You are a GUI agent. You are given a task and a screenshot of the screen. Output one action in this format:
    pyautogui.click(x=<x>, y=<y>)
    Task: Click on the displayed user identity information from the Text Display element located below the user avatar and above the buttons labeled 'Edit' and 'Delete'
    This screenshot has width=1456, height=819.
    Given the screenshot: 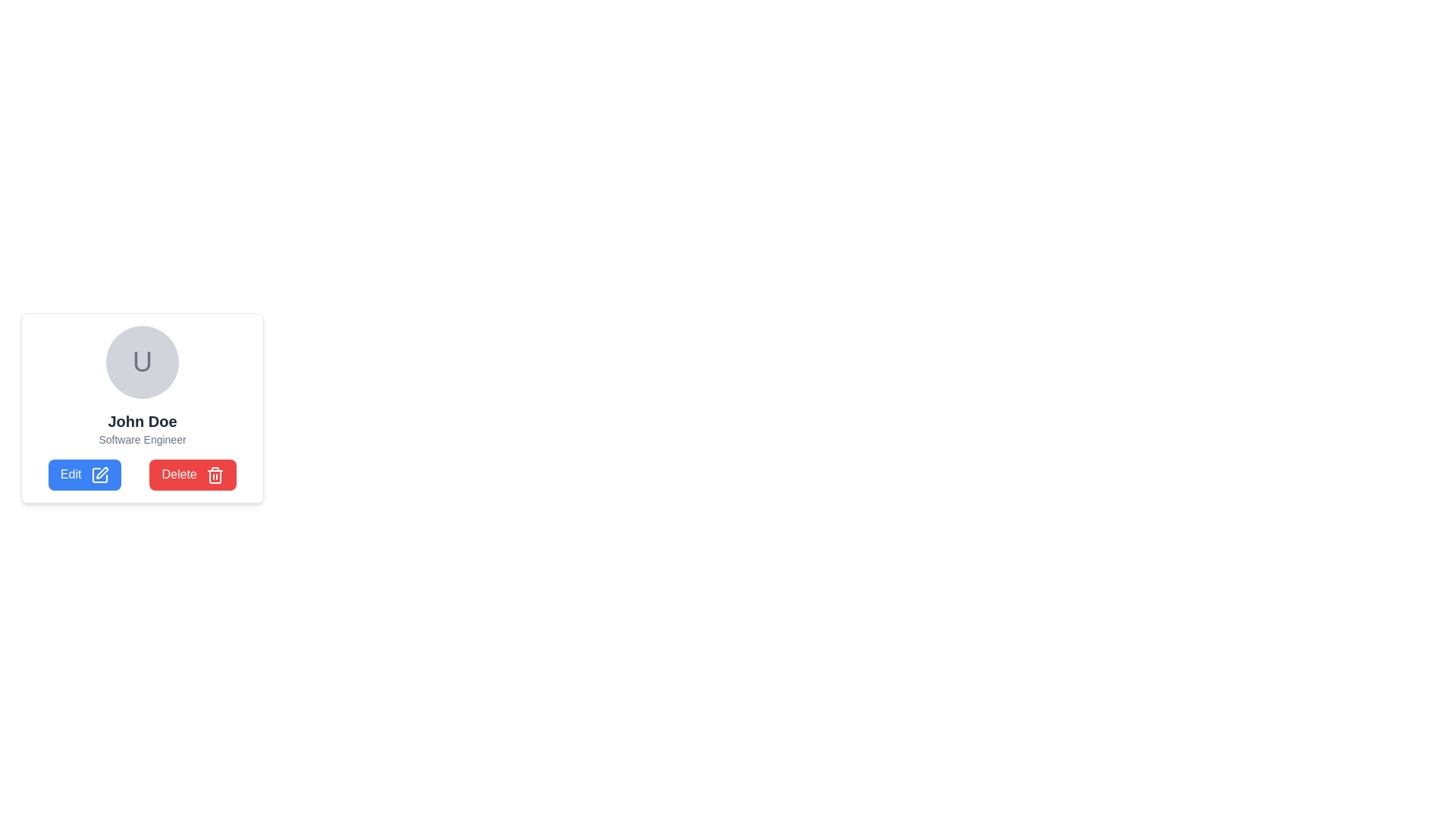 What is the action you would take?
    pyautogui.click(x=142, y=435)
    